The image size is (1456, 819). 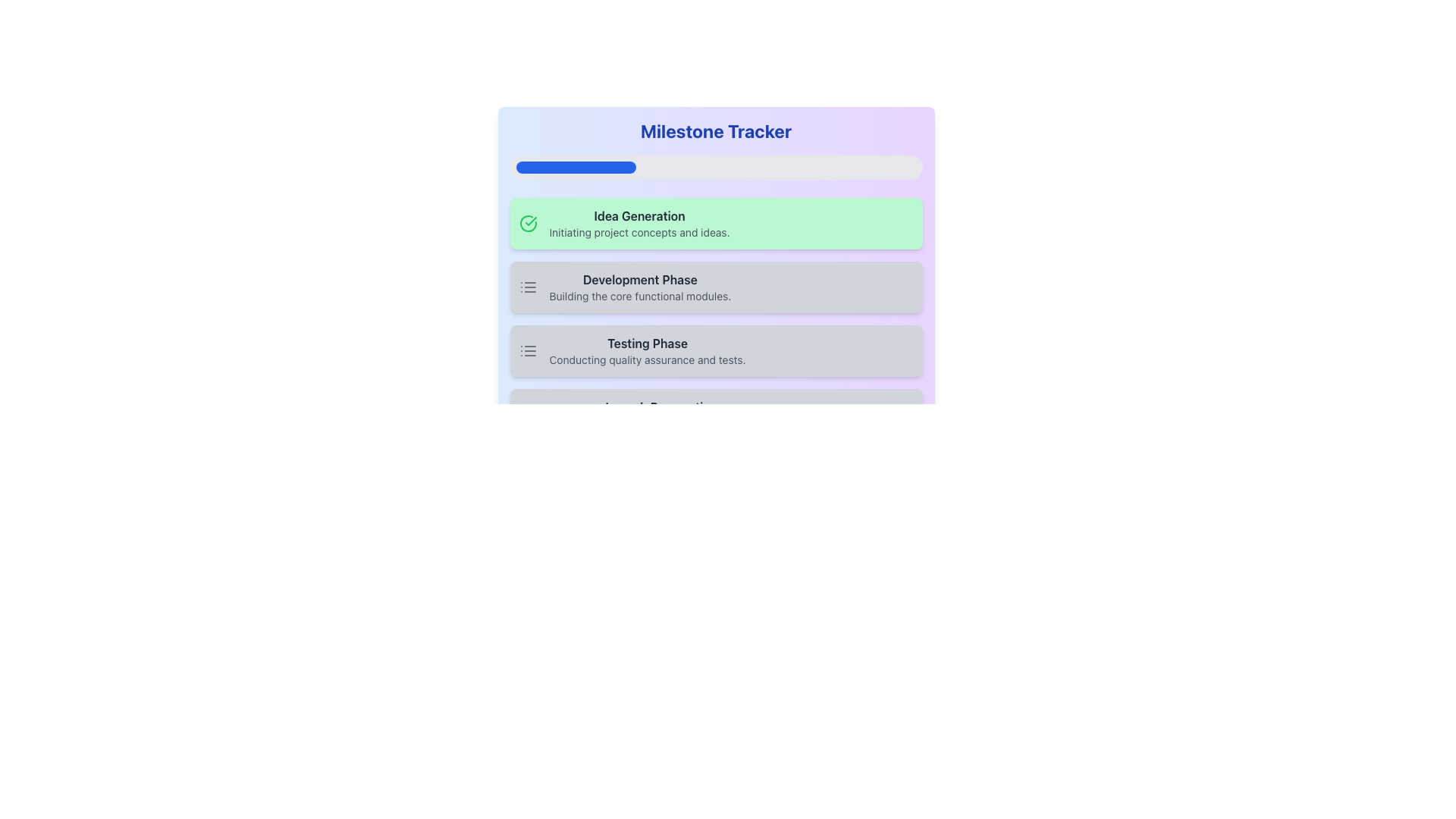 What do you see at coordinates (640, 287) in the screenshot?
I see `the Text display element titled 'Development Phase' which features bold, dark gray text and is located within the second card of the milestone phases list` at bounding box center [640, 287].